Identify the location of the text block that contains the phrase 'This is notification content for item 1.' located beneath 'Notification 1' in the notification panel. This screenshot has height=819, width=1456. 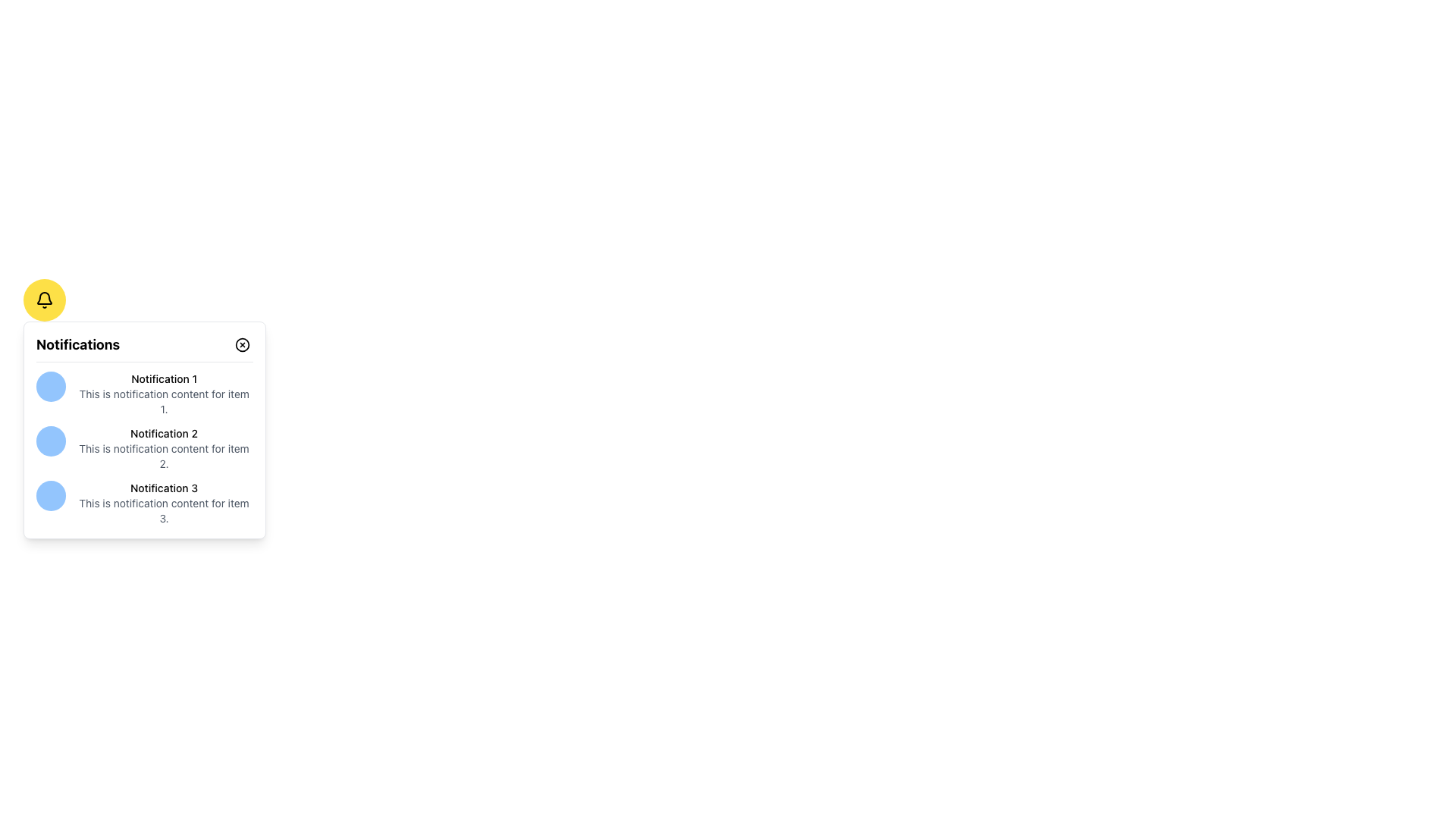
(164, 400).